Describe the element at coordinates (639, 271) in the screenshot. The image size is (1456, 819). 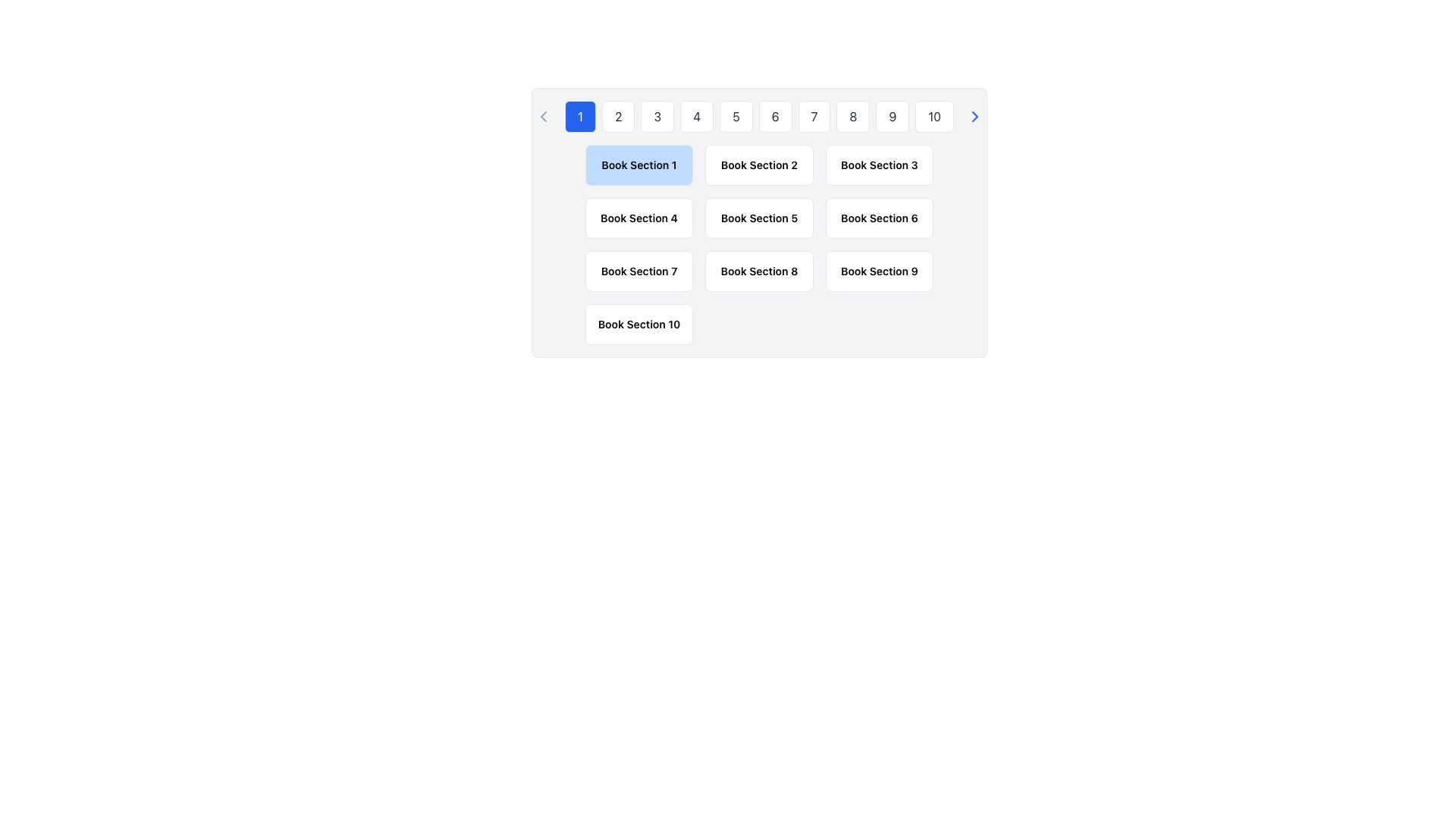
I see `the 'Book Section 7' text label, which is styled in a bold and smaller font, located in the second row and first column of a grid layout` at that location.